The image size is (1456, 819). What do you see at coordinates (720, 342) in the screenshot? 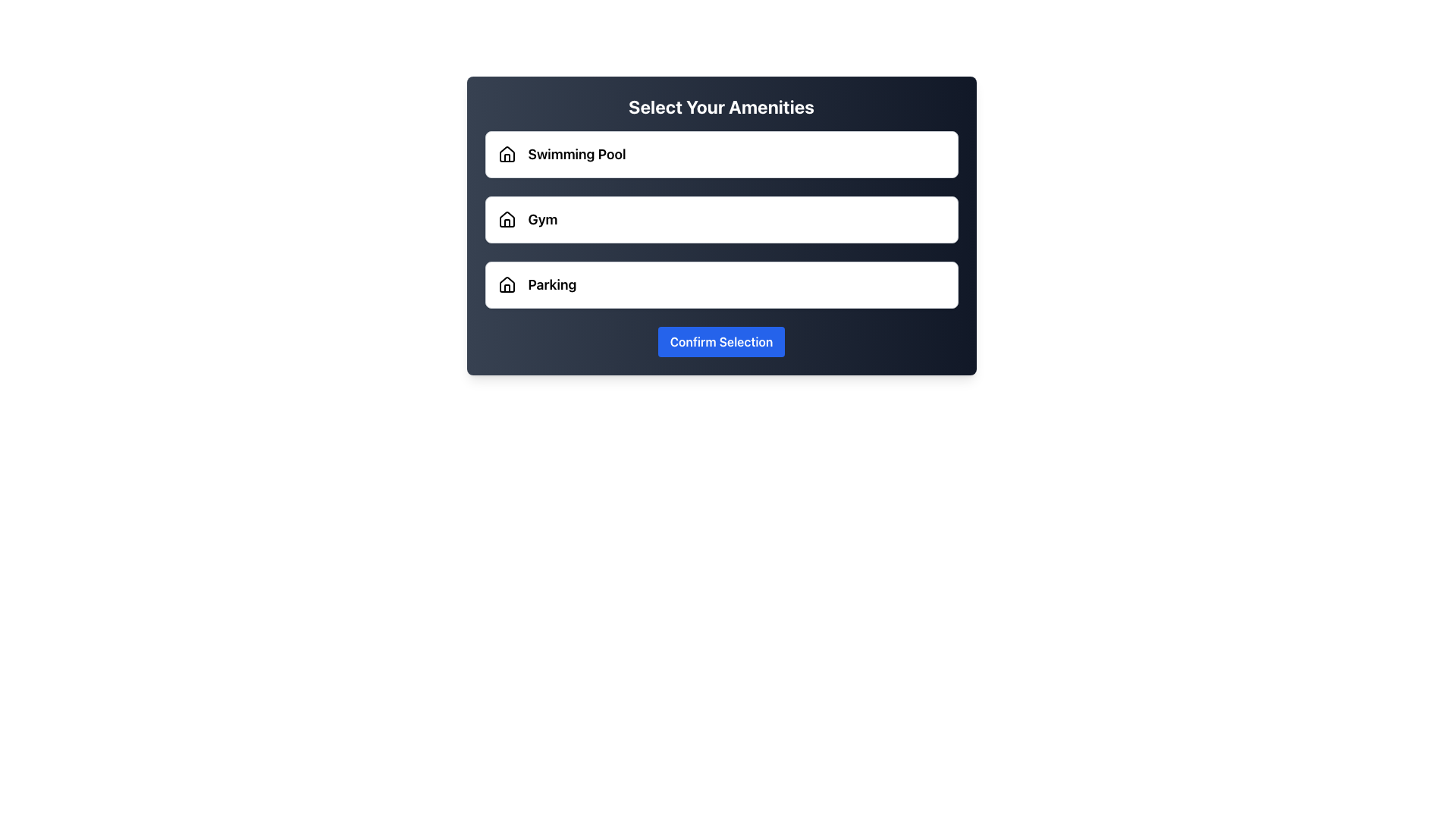
I see `the 'Confirm Selection' button, which has a vibrant blue background and white bold text, located at the bottom center of the card interface` at bounding box center [720, 342].